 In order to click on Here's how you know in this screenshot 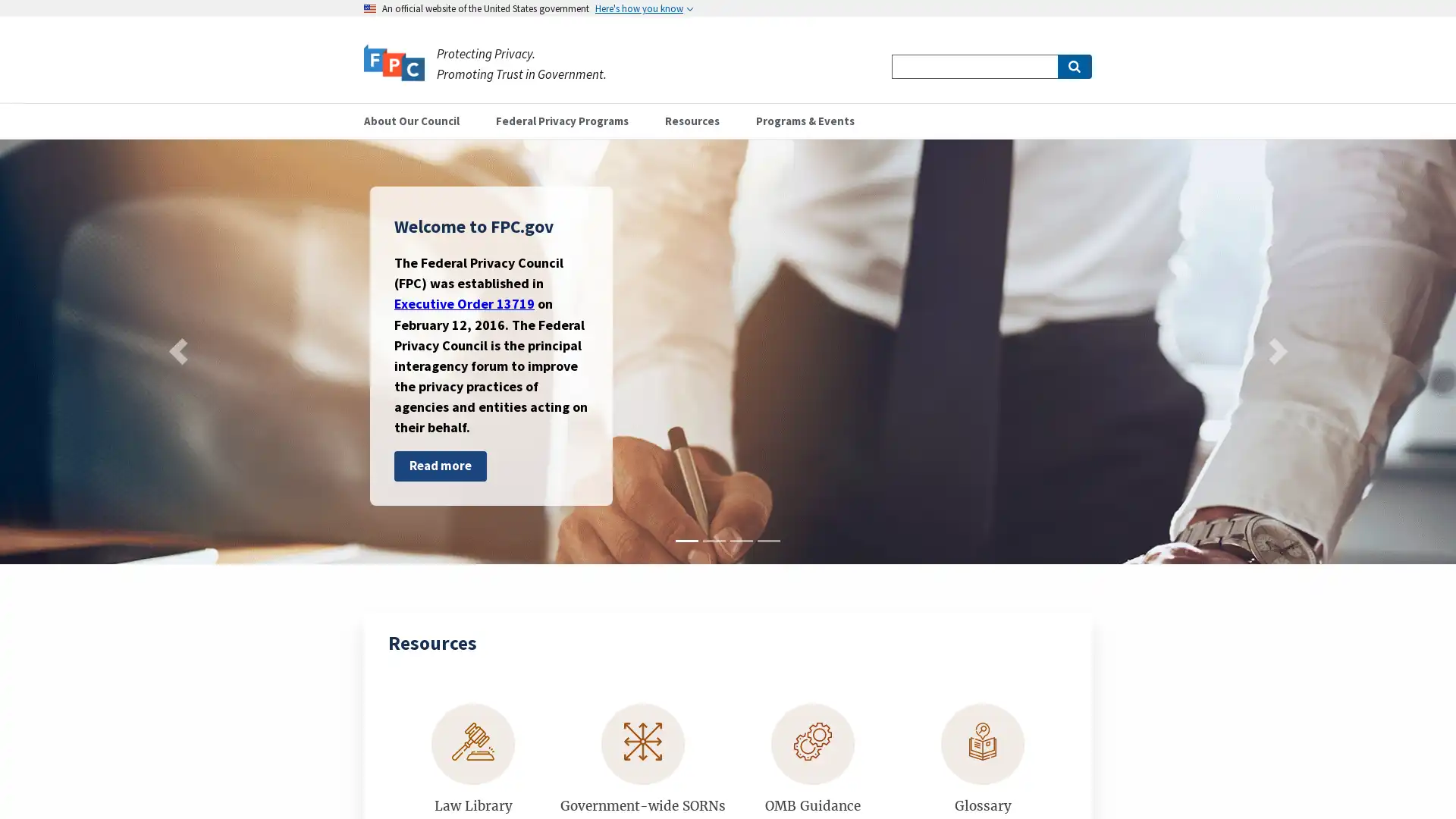, I will do `click(644, 8)`.